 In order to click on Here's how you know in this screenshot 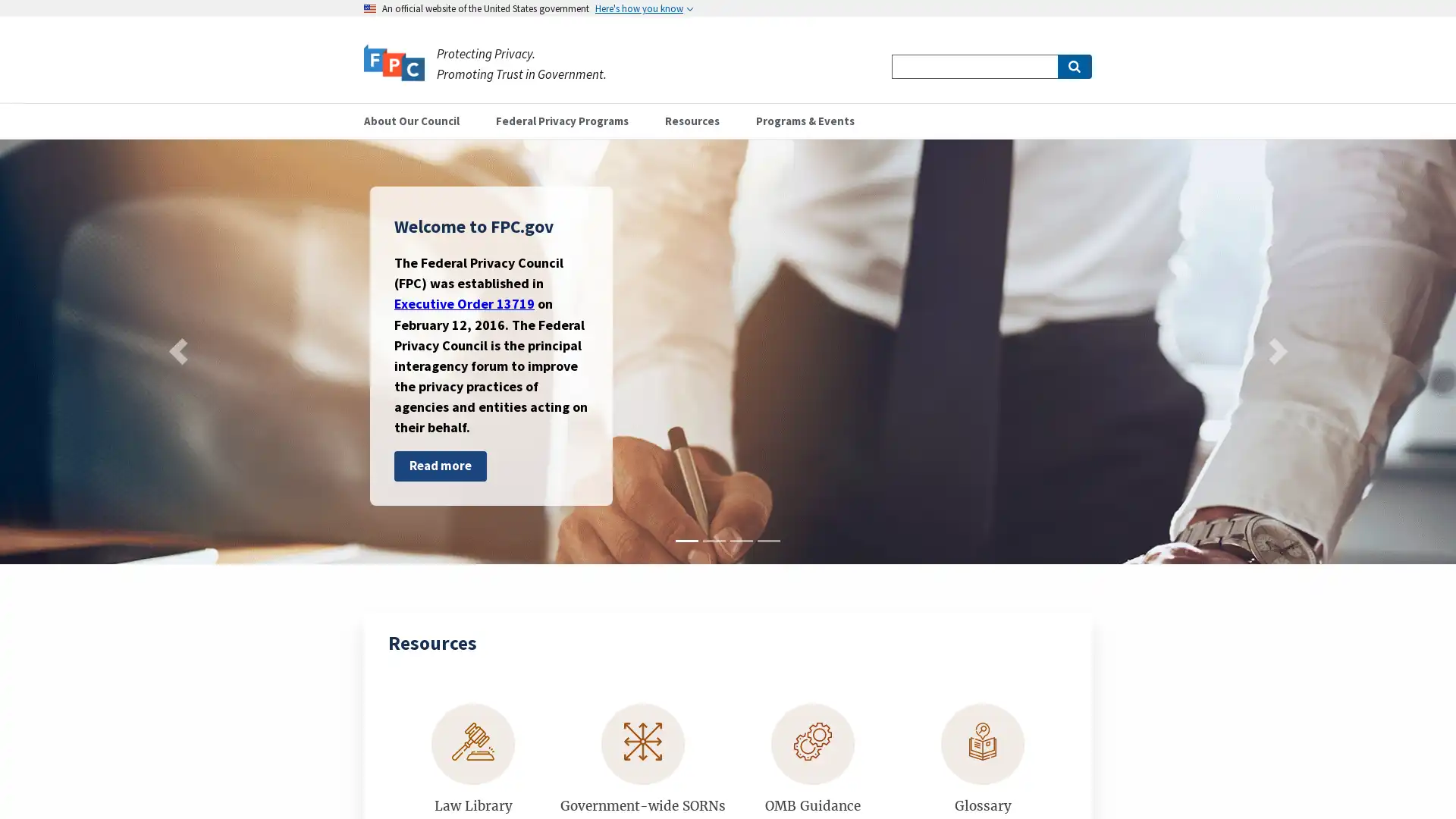, I will do `click(644, 8)`.